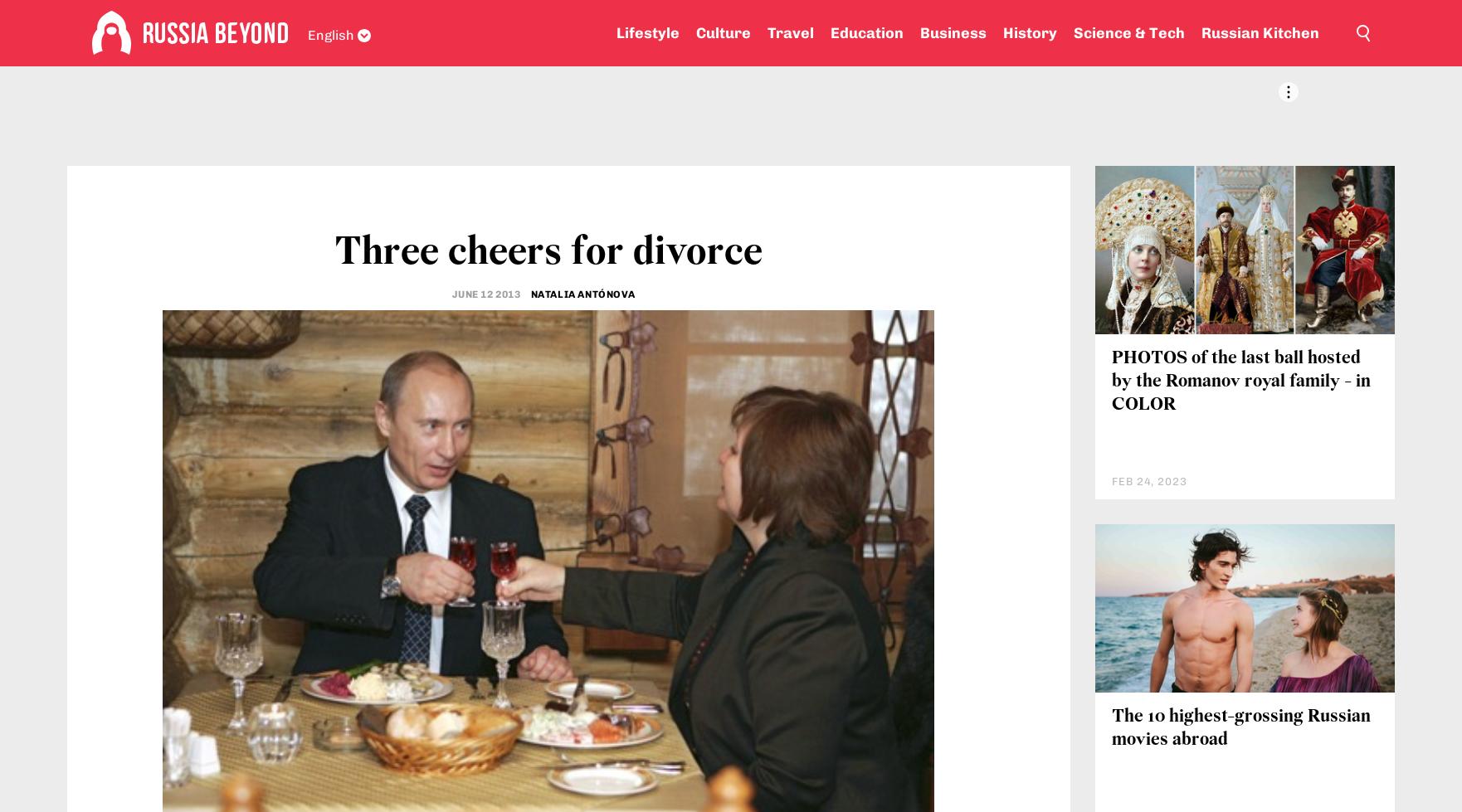 The width and height of the screenshot is (1462, 812). I want to click on 'English', so click(308, 34).